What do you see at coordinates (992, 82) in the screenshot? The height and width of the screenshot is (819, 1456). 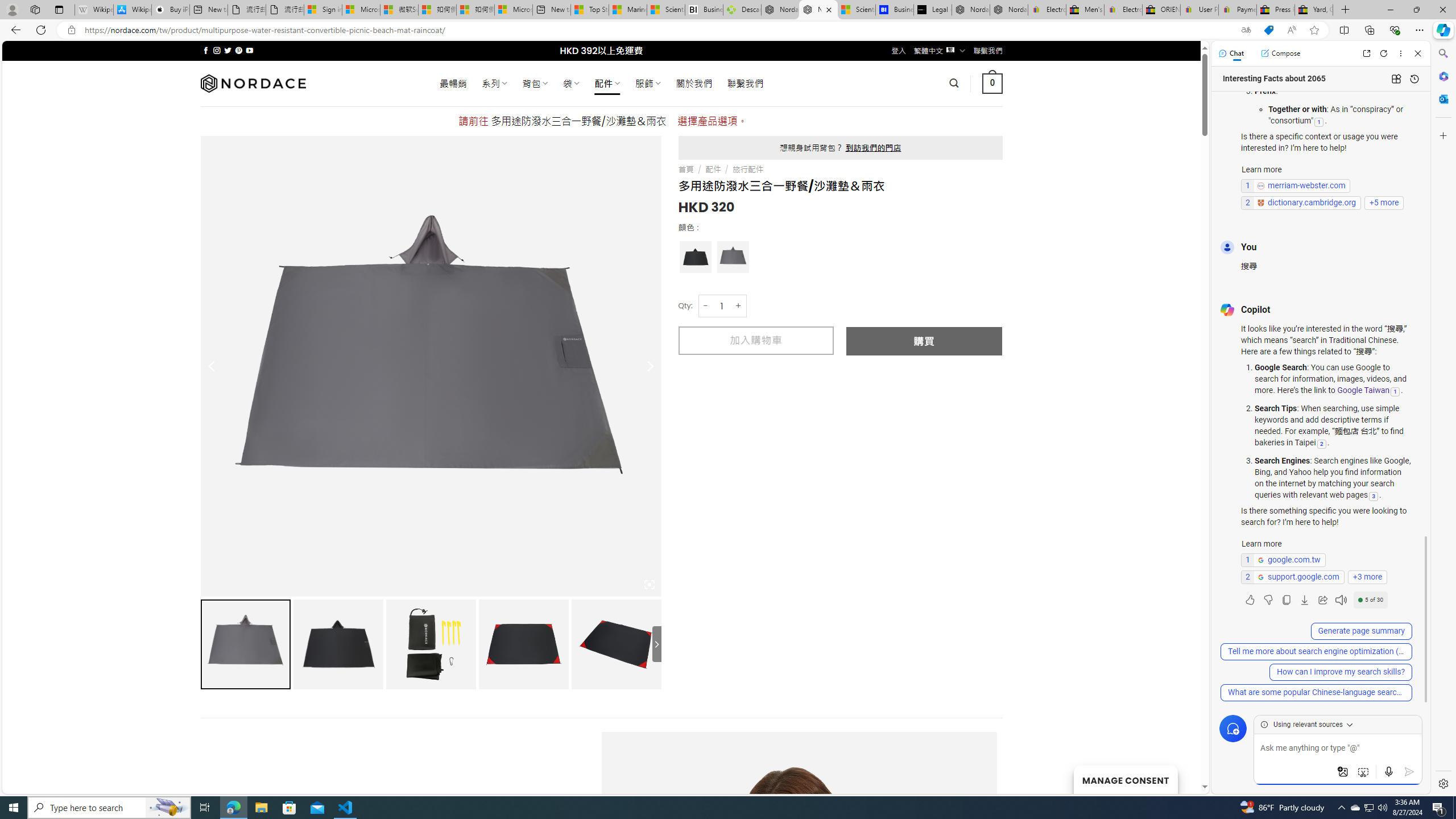 I see `'  0  '` at bounding box center [992, 82].